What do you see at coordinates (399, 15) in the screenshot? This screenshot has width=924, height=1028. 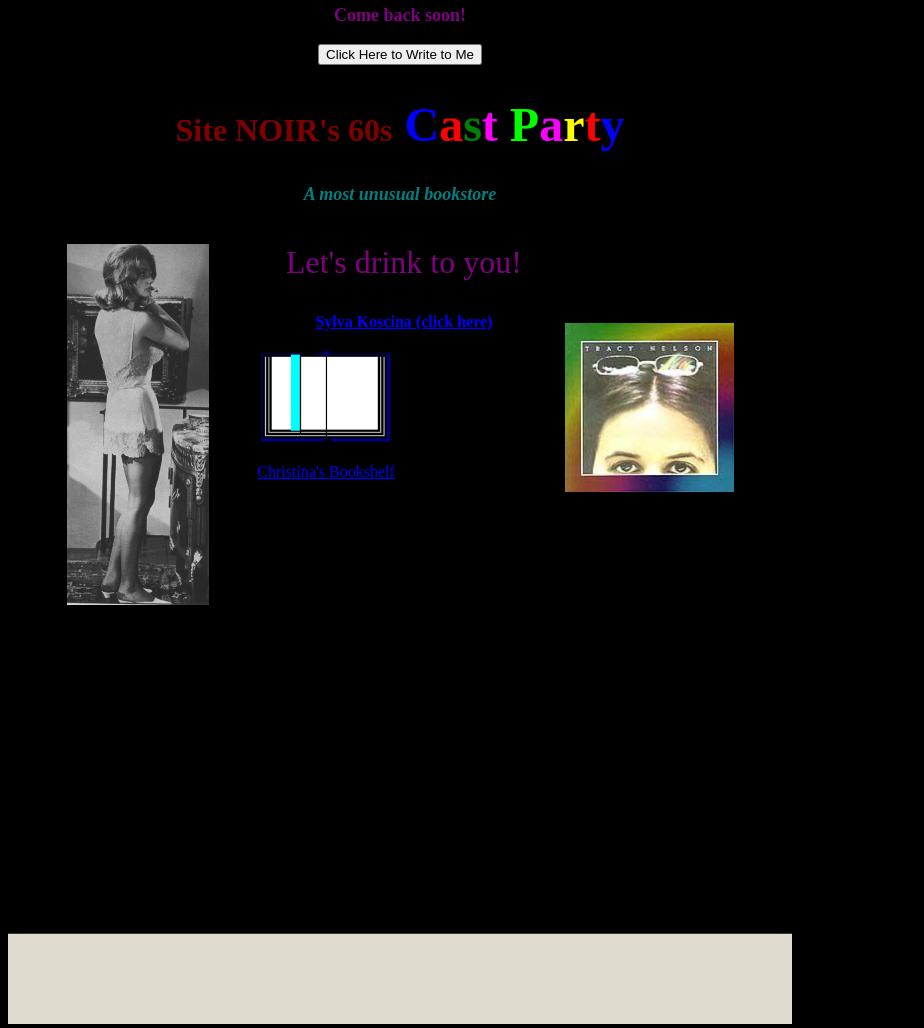 I see `'Come back soon!'` at bounding box center [399, 15].